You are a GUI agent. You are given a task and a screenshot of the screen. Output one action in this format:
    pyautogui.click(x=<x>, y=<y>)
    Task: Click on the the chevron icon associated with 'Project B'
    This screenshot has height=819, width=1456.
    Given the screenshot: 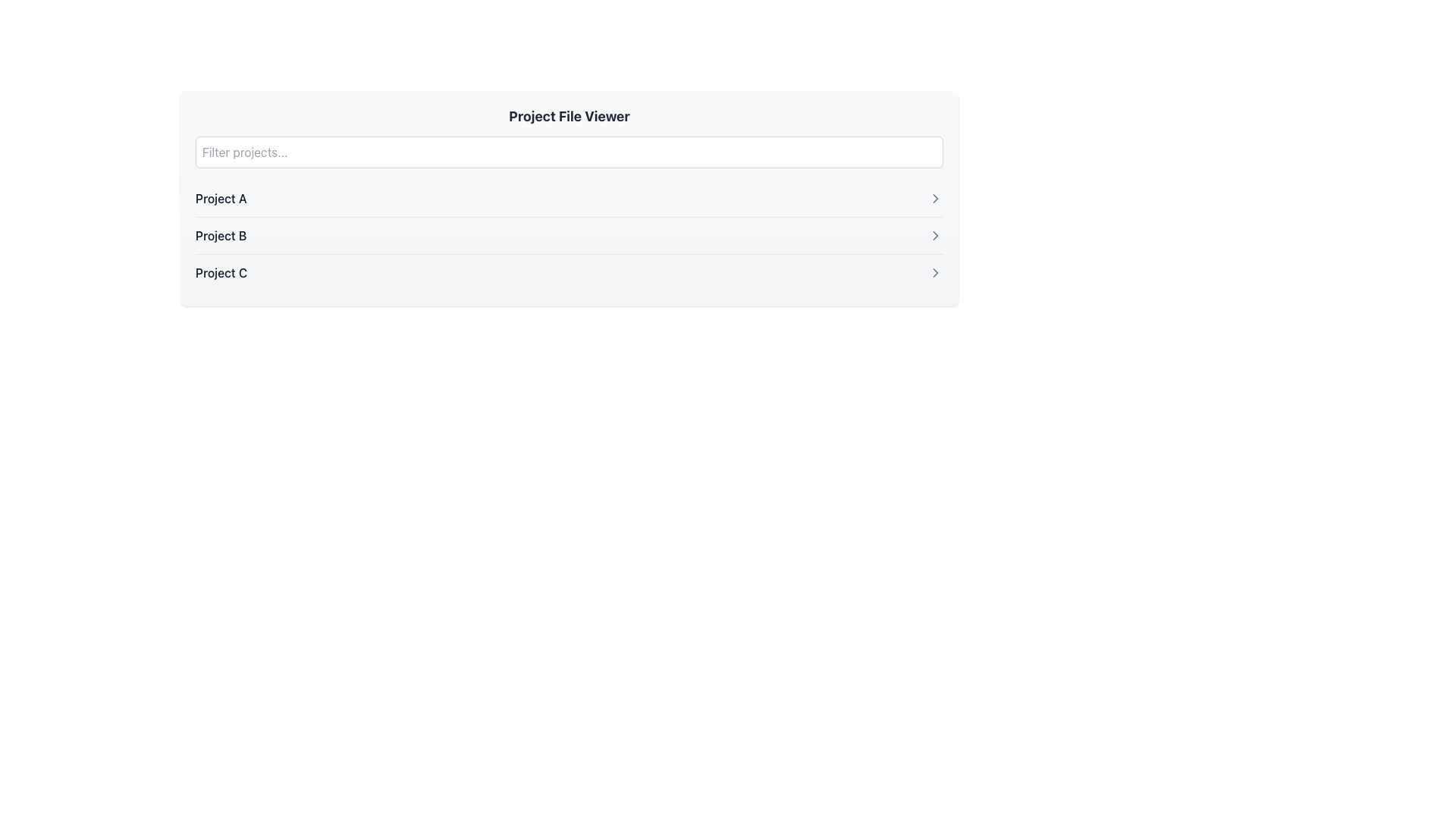 What is the action you would take?
    pyautogui.click(x=934, y=236)
    